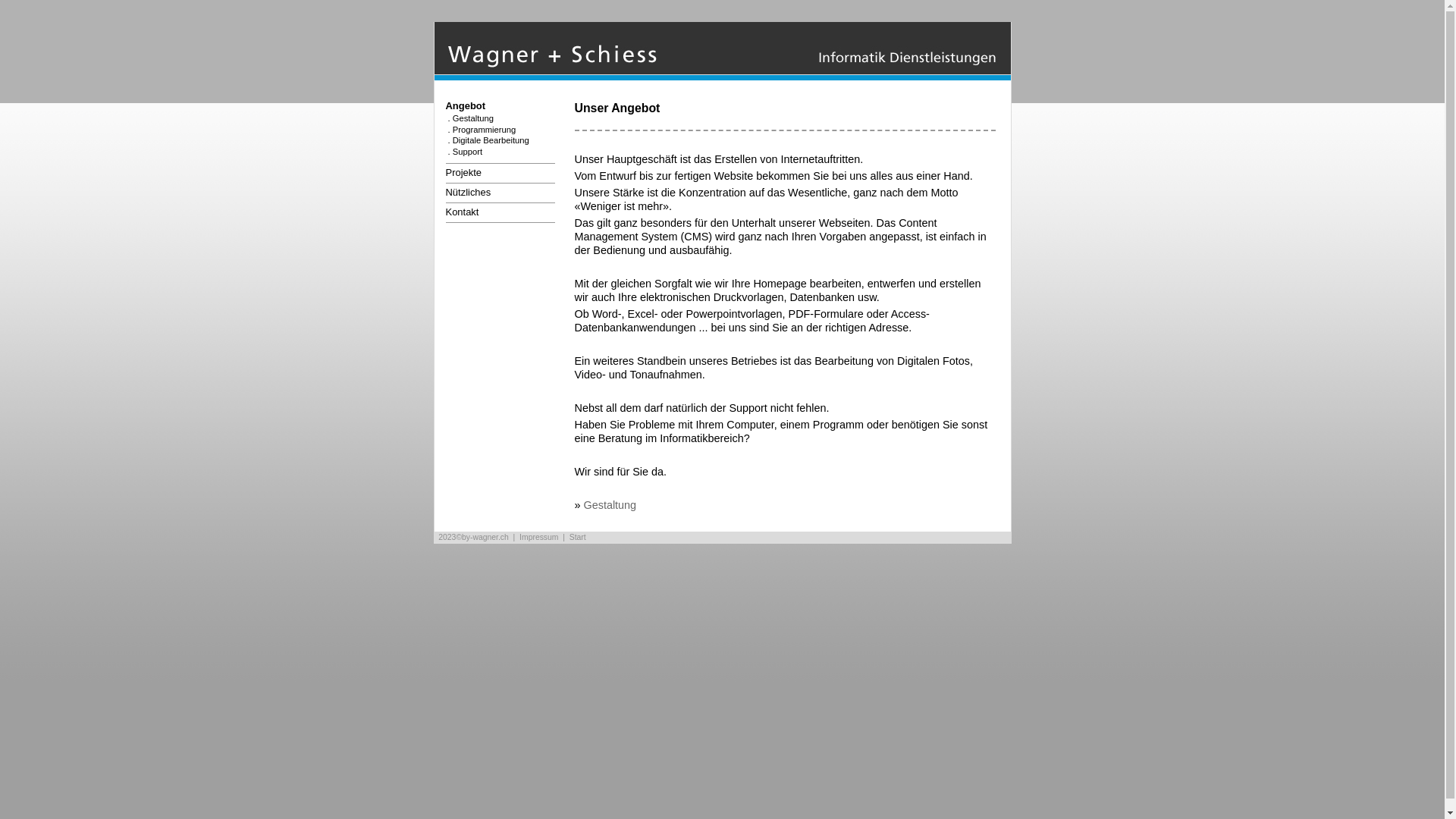  Describe the element at coordinates (469, 117) in the screenshot. I see `'. Gestaltung'` at that location.